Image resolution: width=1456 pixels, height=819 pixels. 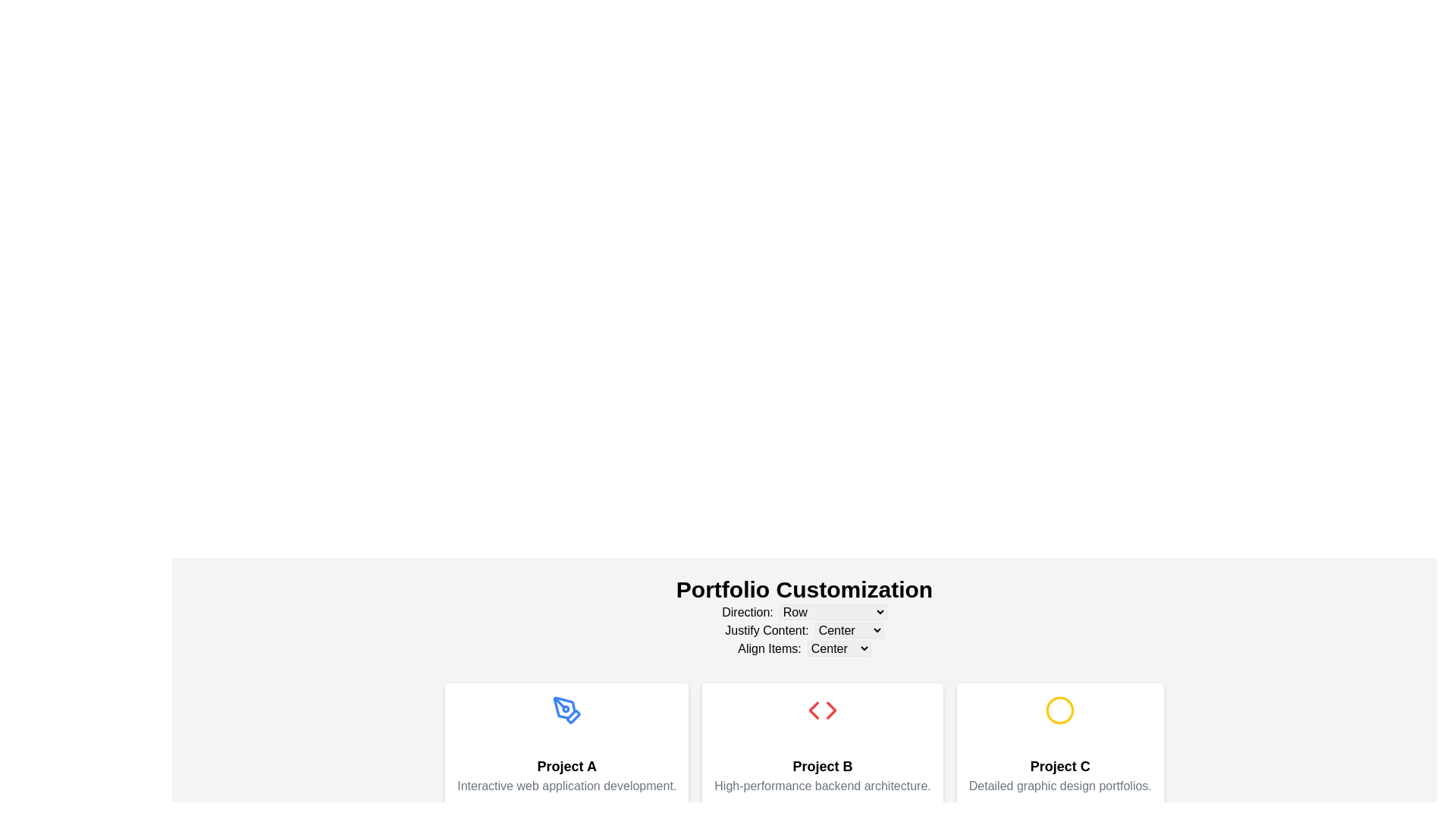 I want to click on the red left-pointing chevron within the 'Project B' card, so click(x=813, y=711).